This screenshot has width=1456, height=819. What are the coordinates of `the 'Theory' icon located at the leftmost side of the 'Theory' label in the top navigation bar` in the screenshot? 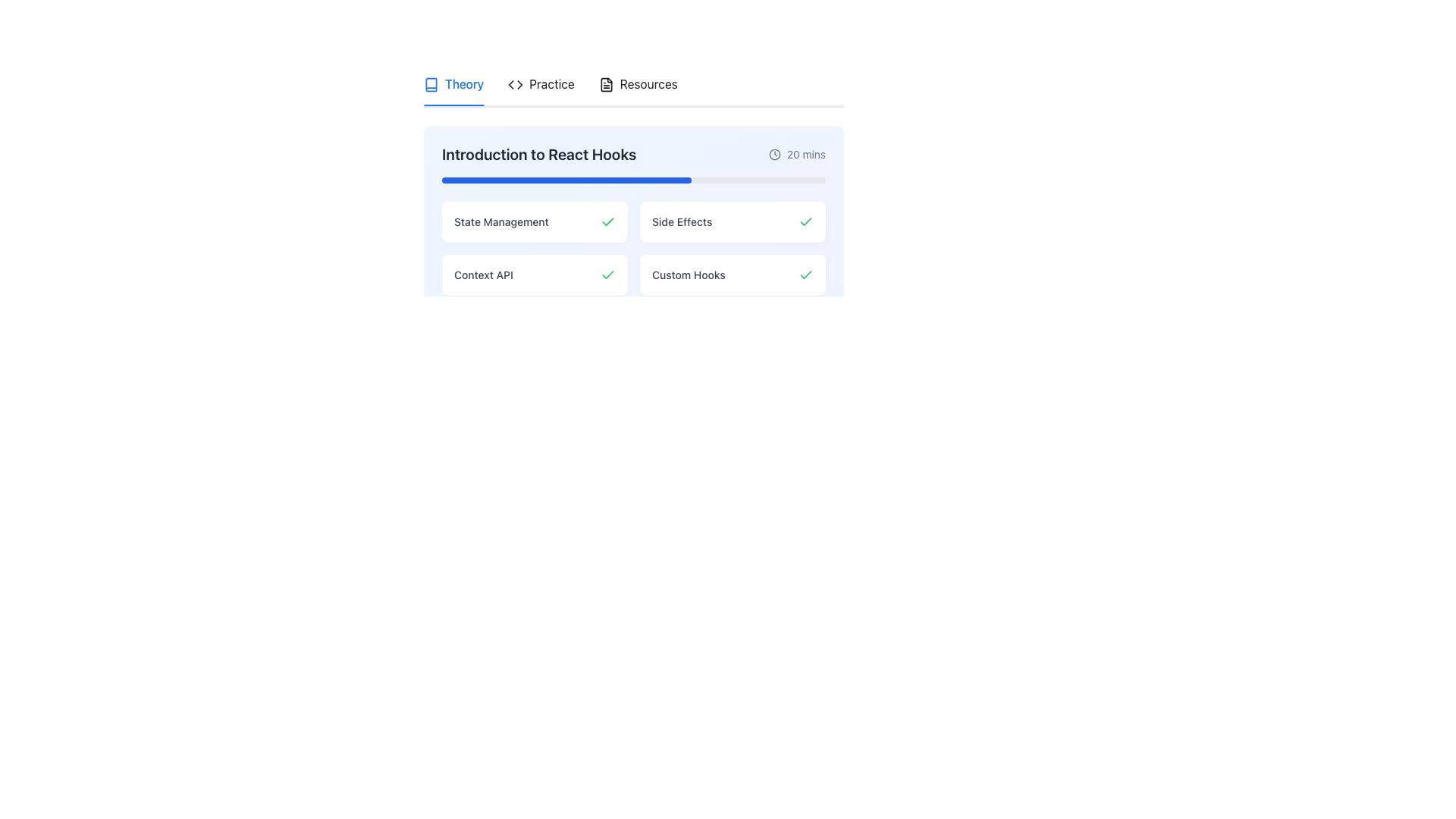 It's located at (431, 84).